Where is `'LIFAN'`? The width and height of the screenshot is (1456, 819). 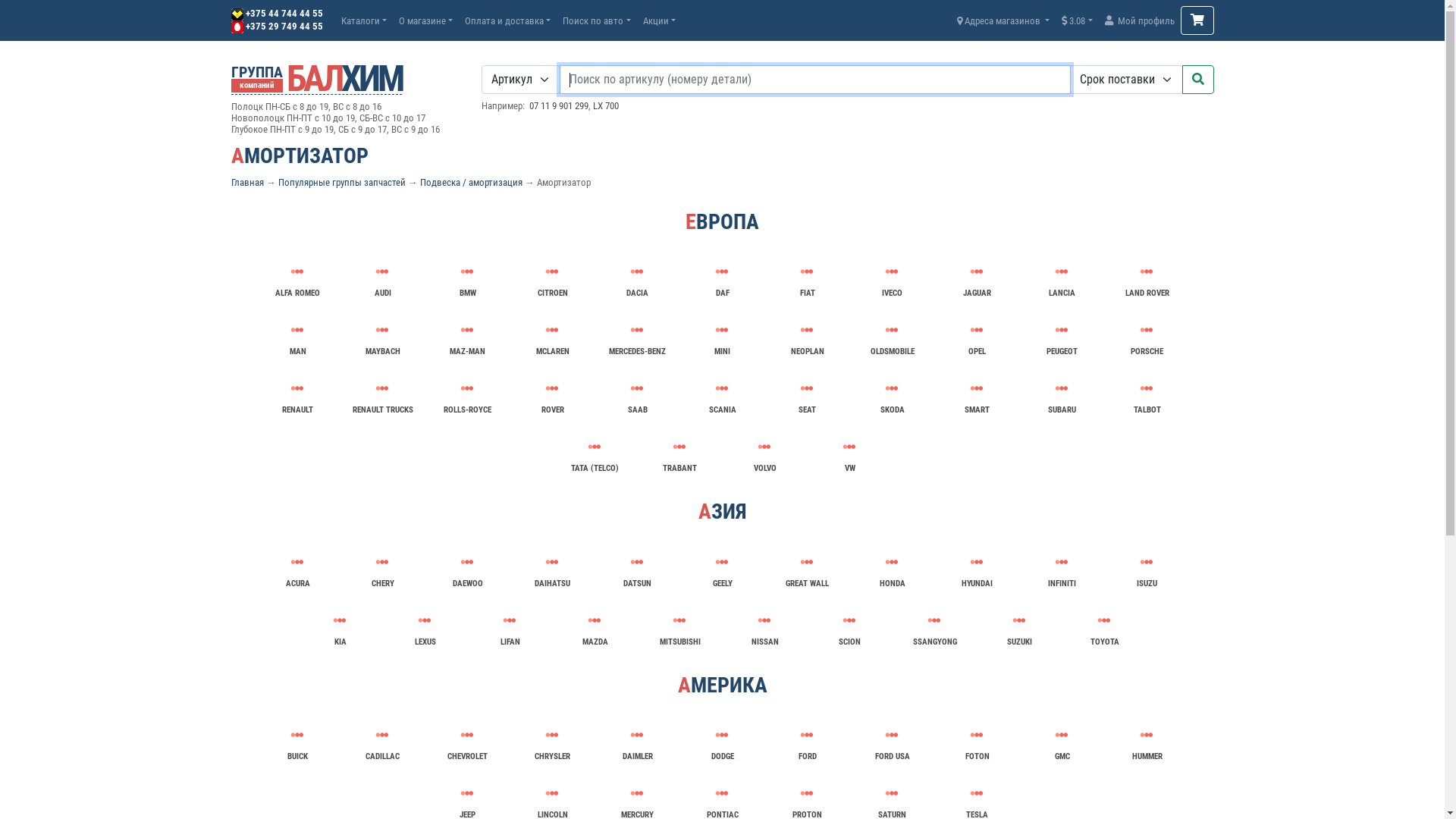
'LIFAN' is located at coordinates (510, 626).